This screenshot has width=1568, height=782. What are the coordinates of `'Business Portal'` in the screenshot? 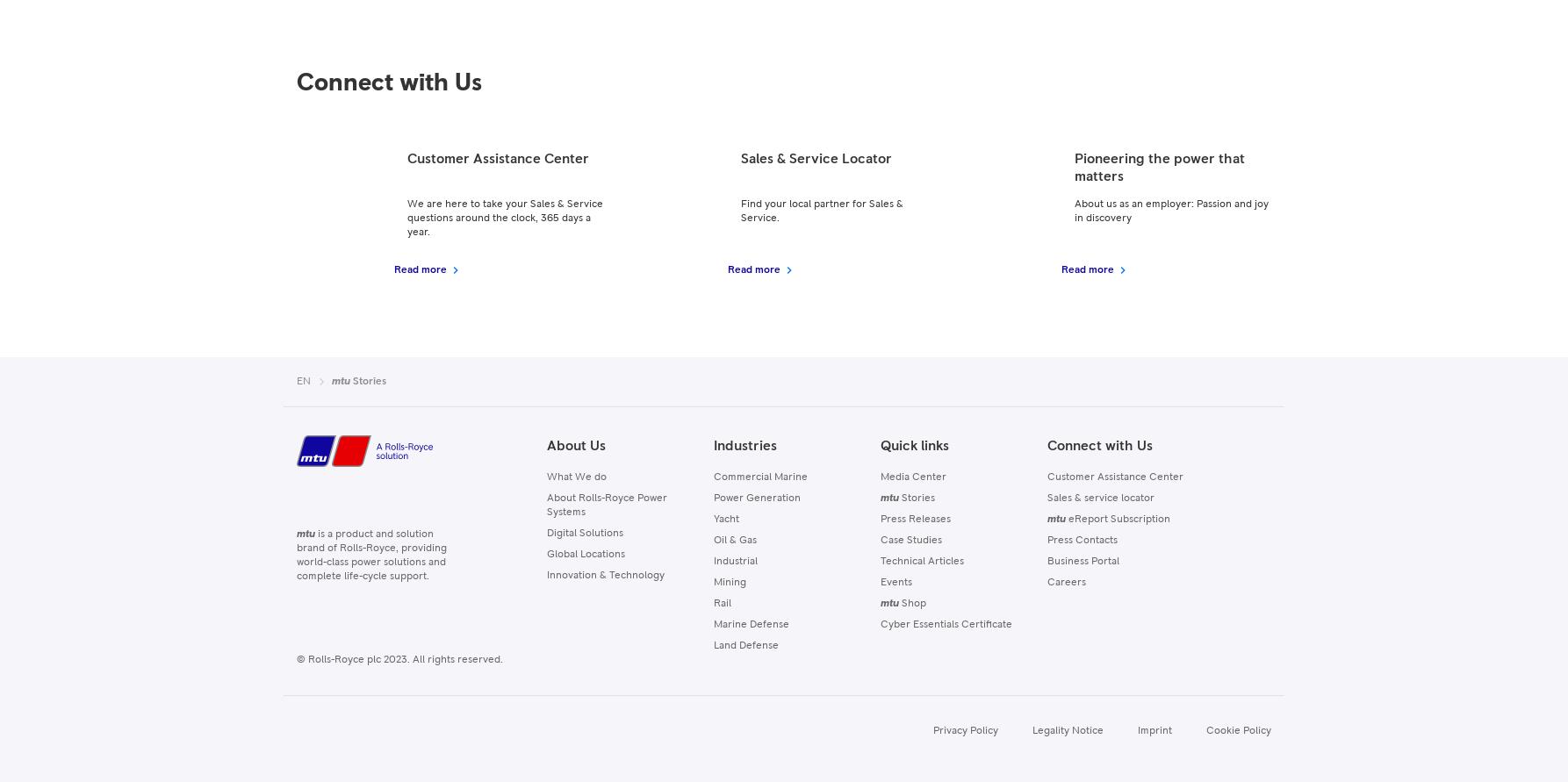 It's located at (1082, 561).